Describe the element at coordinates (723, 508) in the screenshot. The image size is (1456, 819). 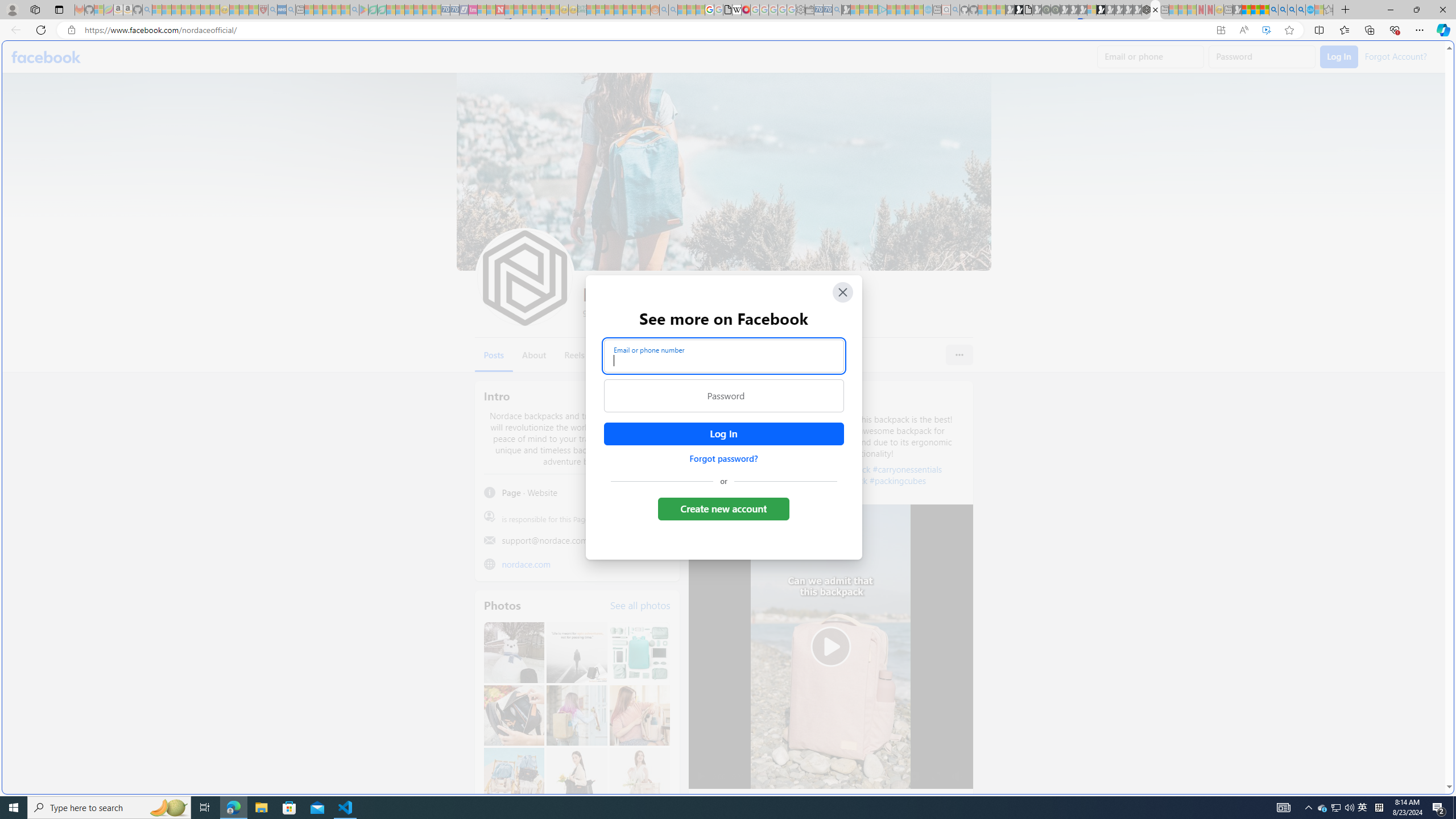
I see `'Create new account'` at that location.